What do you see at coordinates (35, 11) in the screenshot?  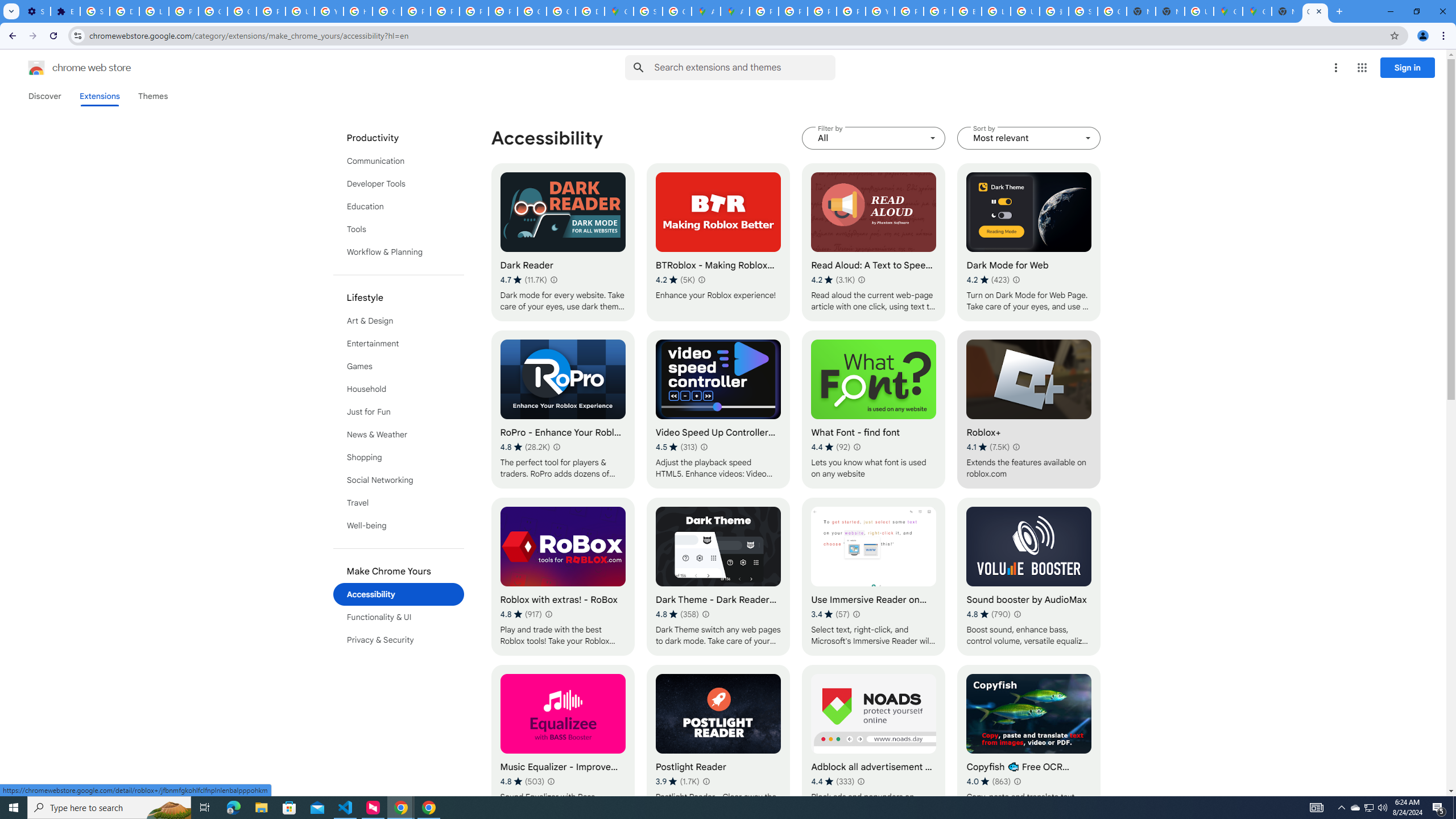 I see `'Settings - On startup'` at bounding box center [35, 11].